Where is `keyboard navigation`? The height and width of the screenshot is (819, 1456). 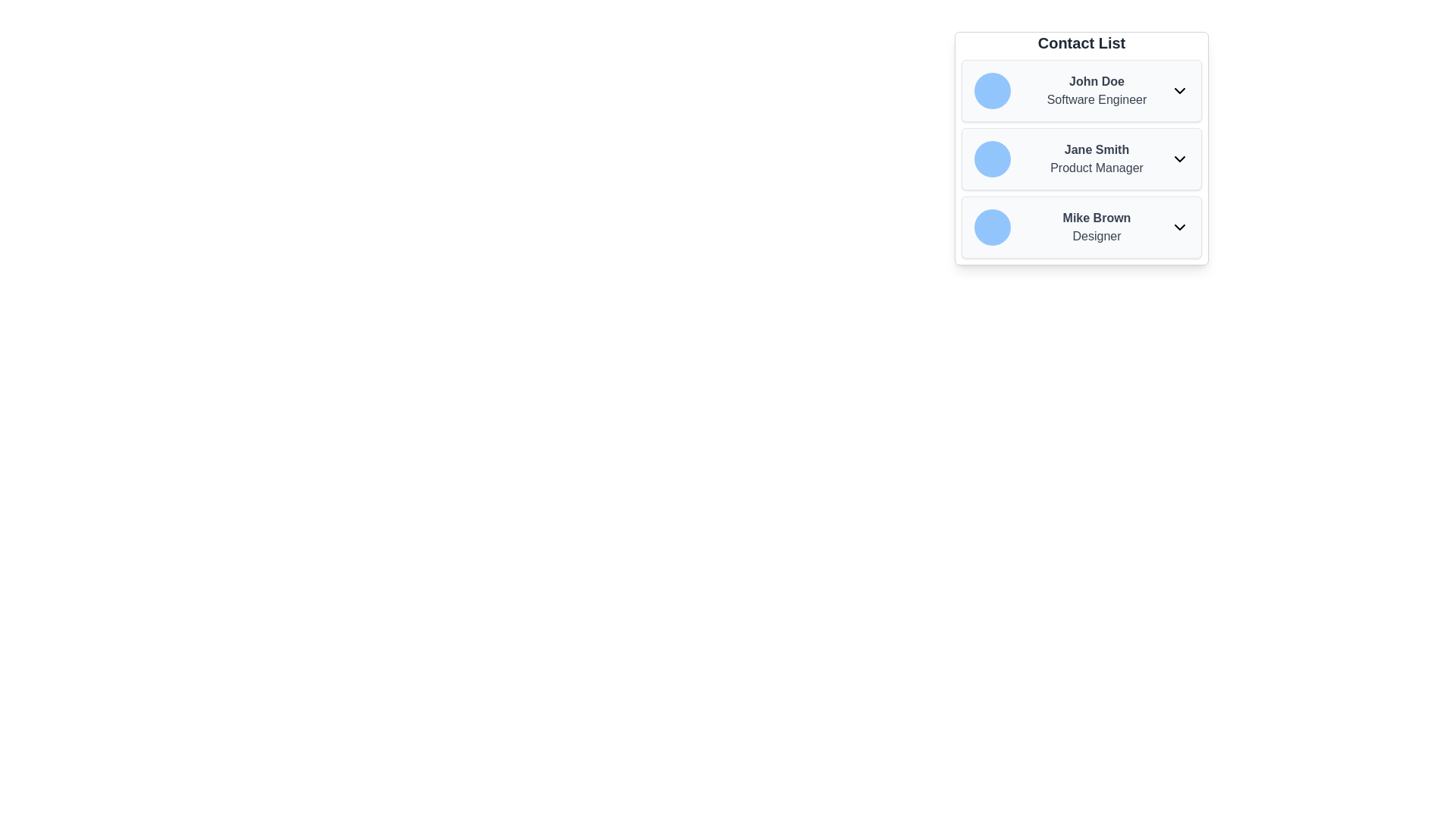 keyboard navigation is located at coordinates (1178, 90).